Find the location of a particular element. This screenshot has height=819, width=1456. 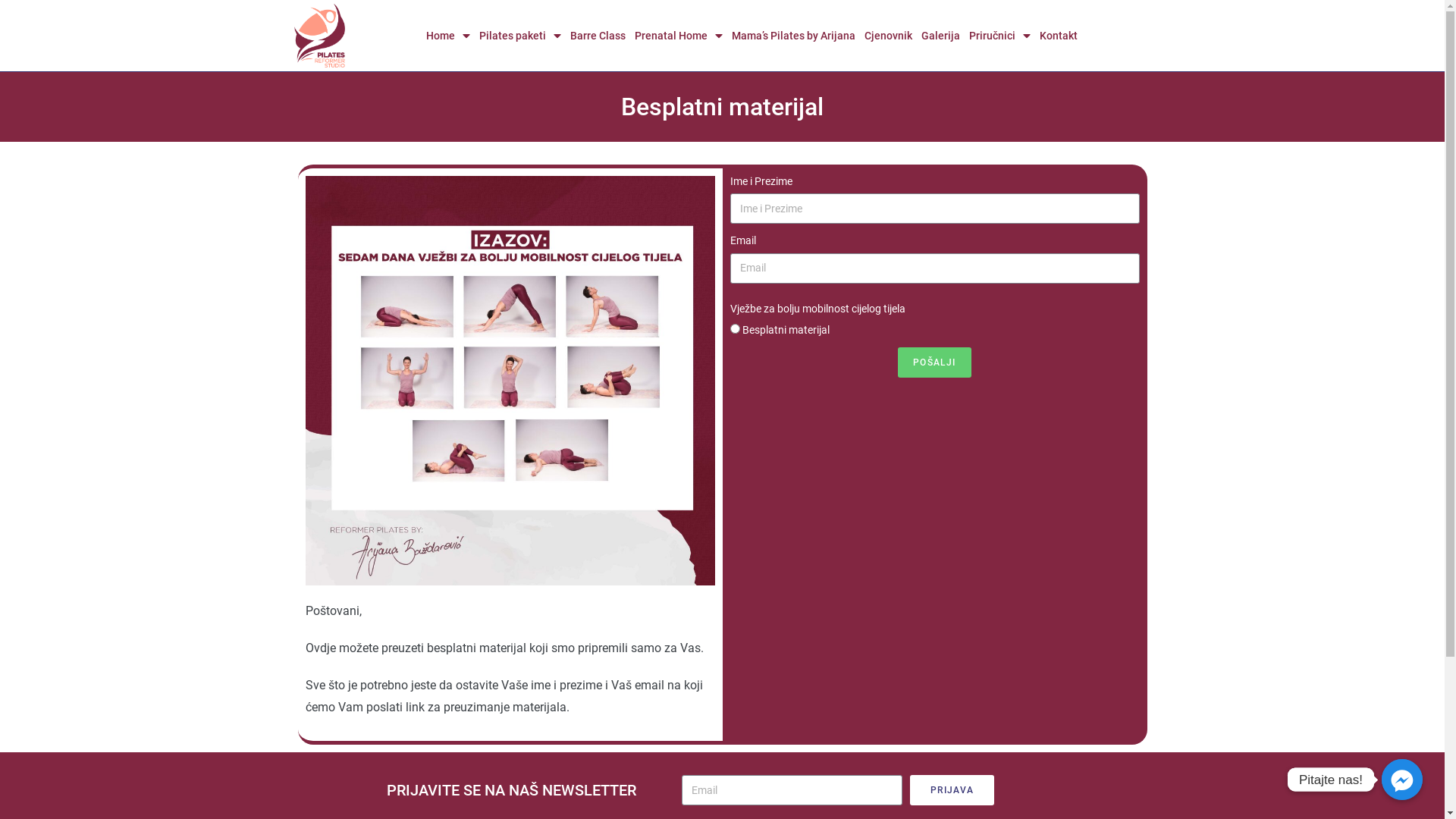

'Kontakt' is located at coordinates (1058, 34).